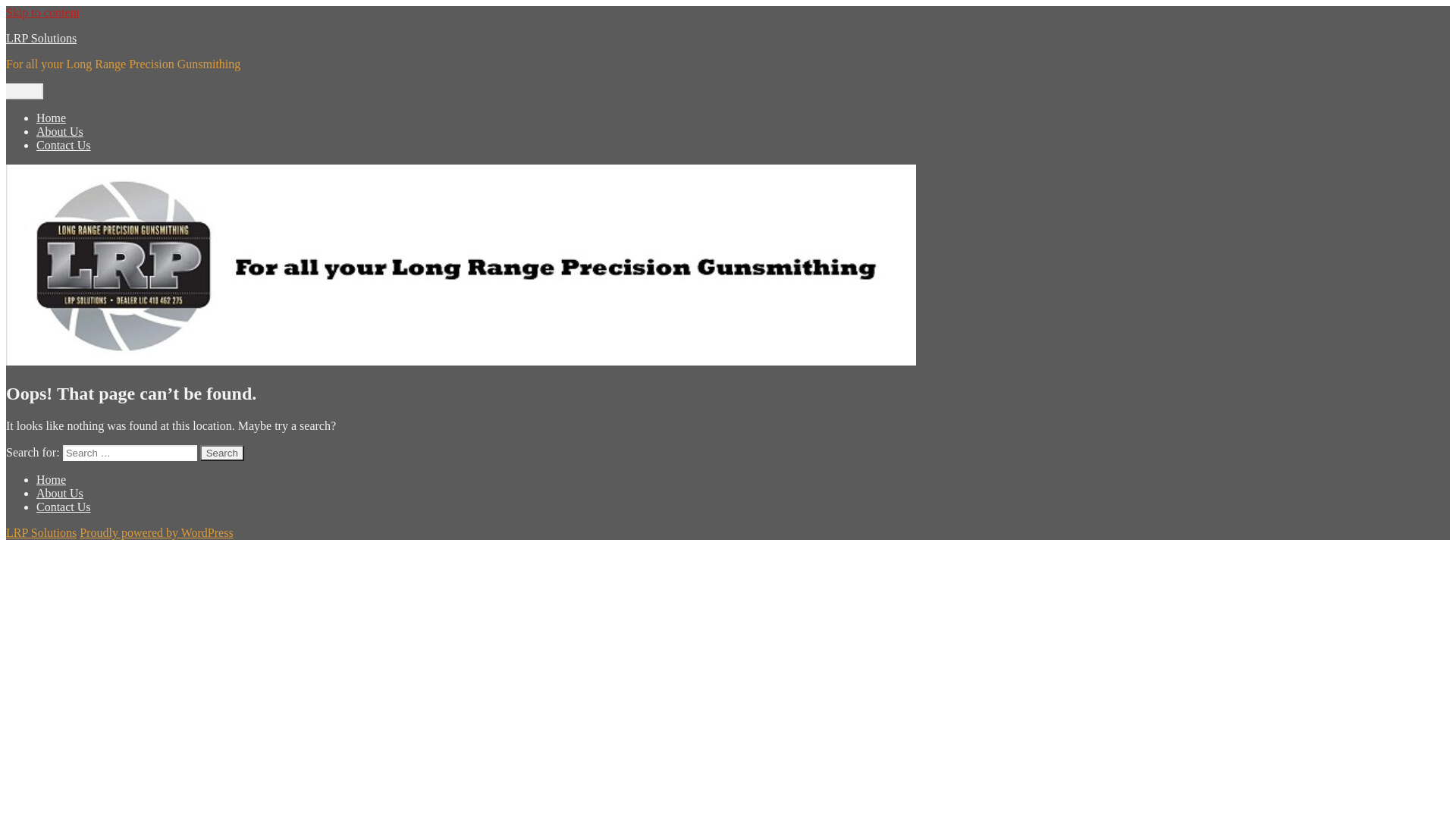  I want to click on 'LRP Solutions', so click(41, 532).